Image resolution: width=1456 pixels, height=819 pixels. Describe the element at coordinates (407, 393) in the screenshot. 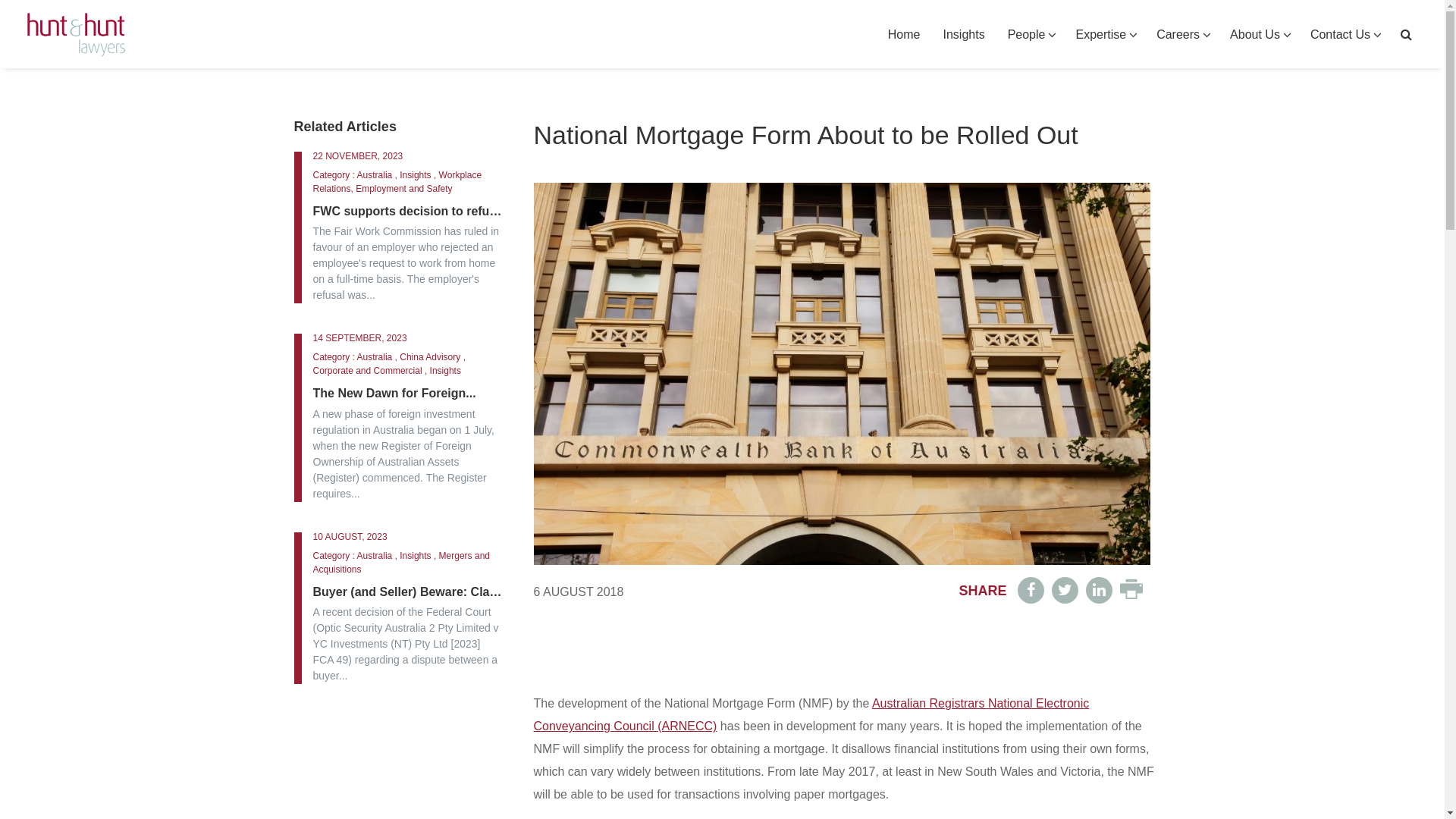

I see `'The New Dawn for Foreign...'` at that location.